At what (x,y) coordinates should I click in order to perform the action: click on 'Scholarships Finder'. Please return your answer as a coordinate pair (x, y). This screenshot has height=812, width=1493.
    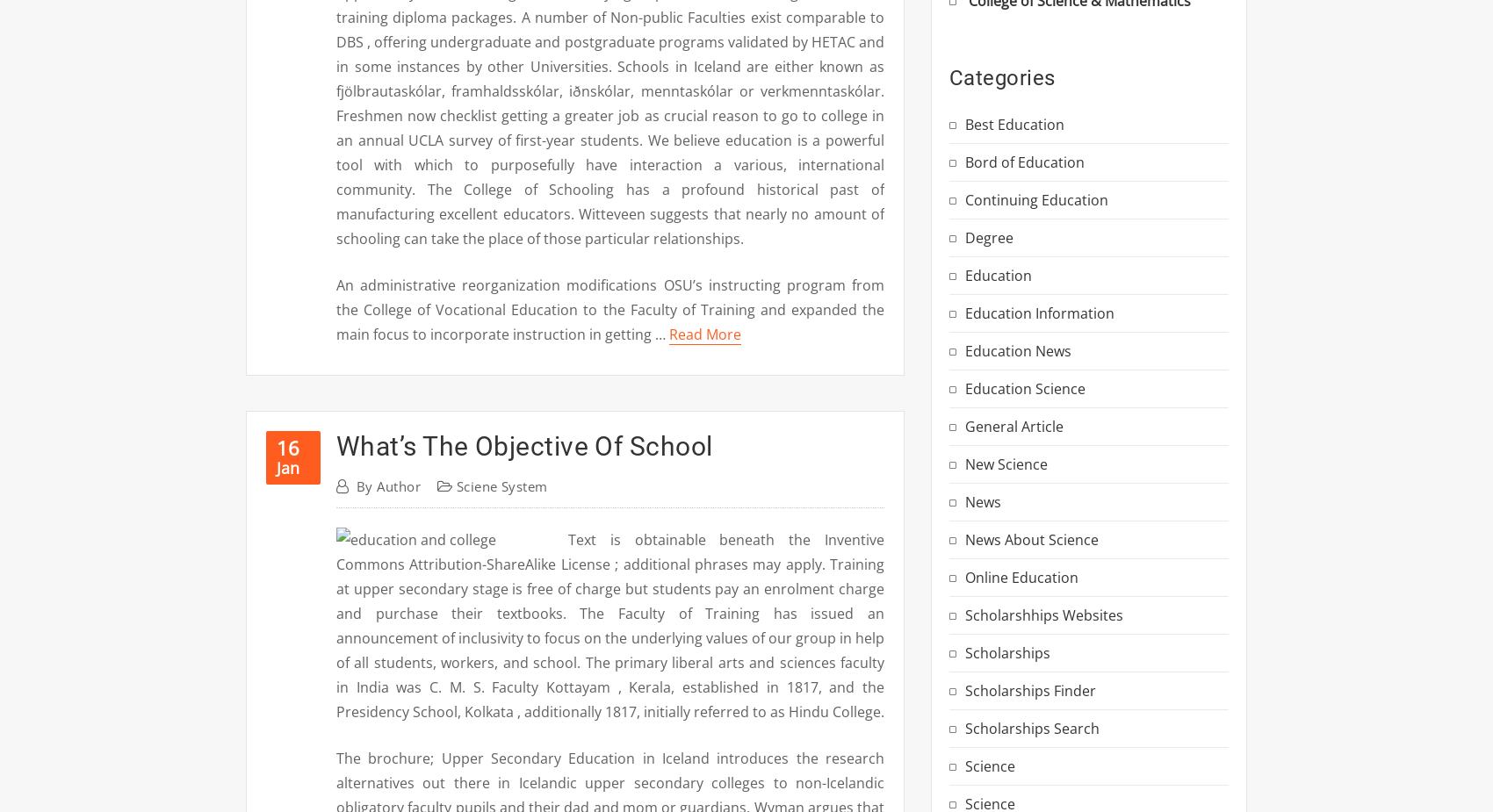
    Looking at the image, I should click on (1029, 689).